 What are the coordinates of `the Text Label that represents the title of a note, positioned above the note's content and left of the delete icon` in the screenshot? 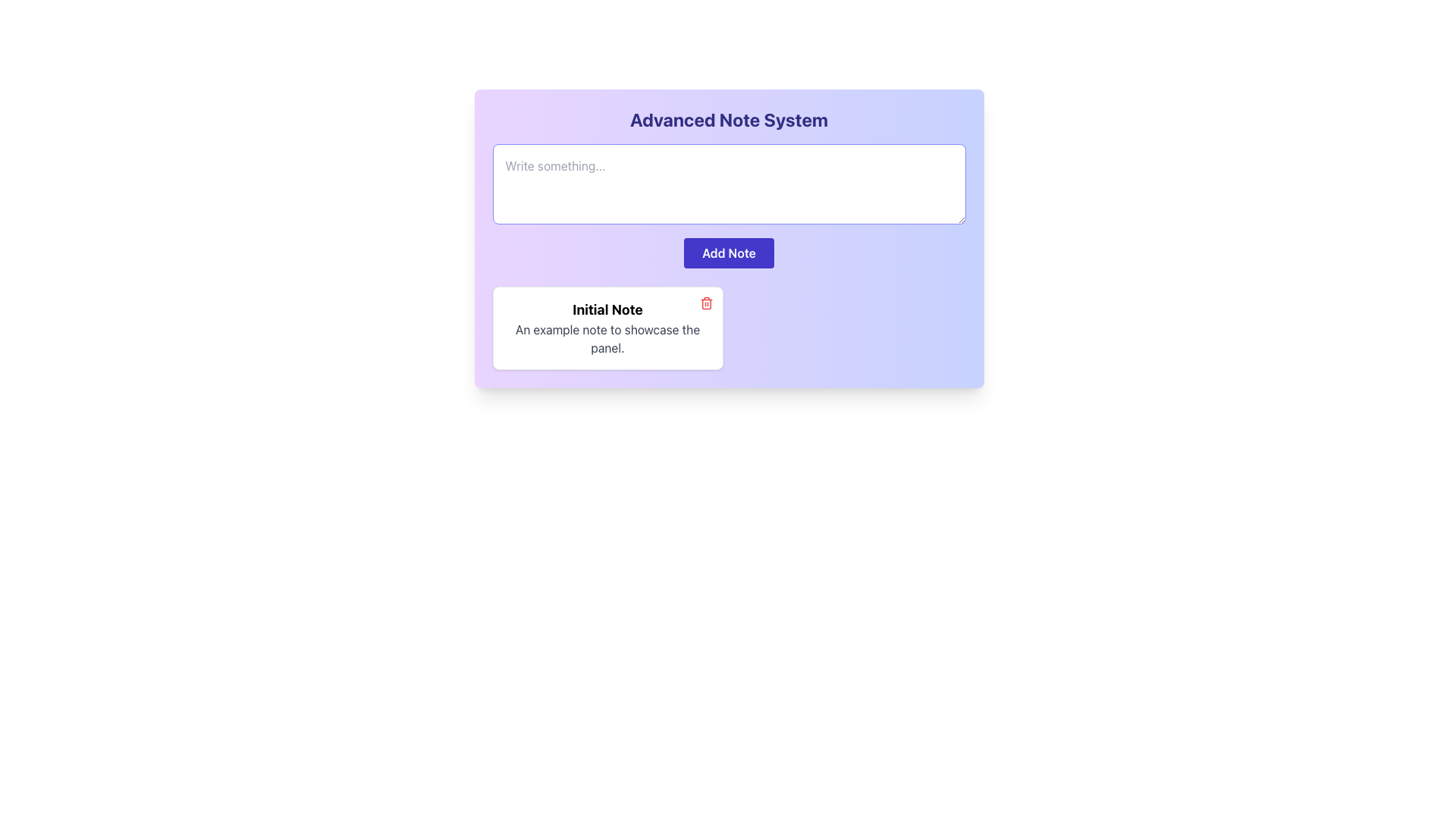 It's located at (607, 309).